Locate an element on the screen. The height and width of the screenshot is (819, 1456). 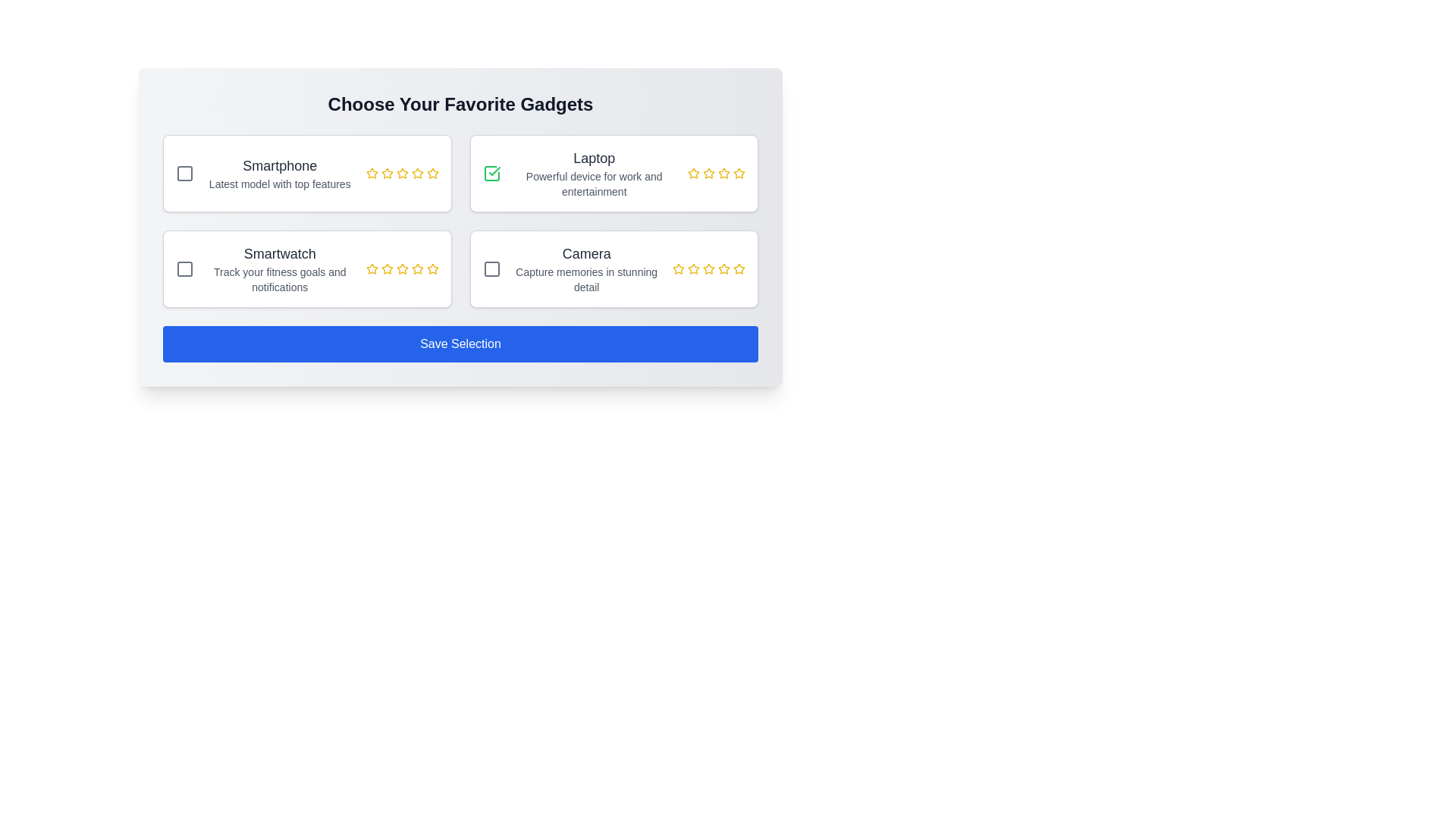
the fifth star icon is located at coordinates (417, 268).